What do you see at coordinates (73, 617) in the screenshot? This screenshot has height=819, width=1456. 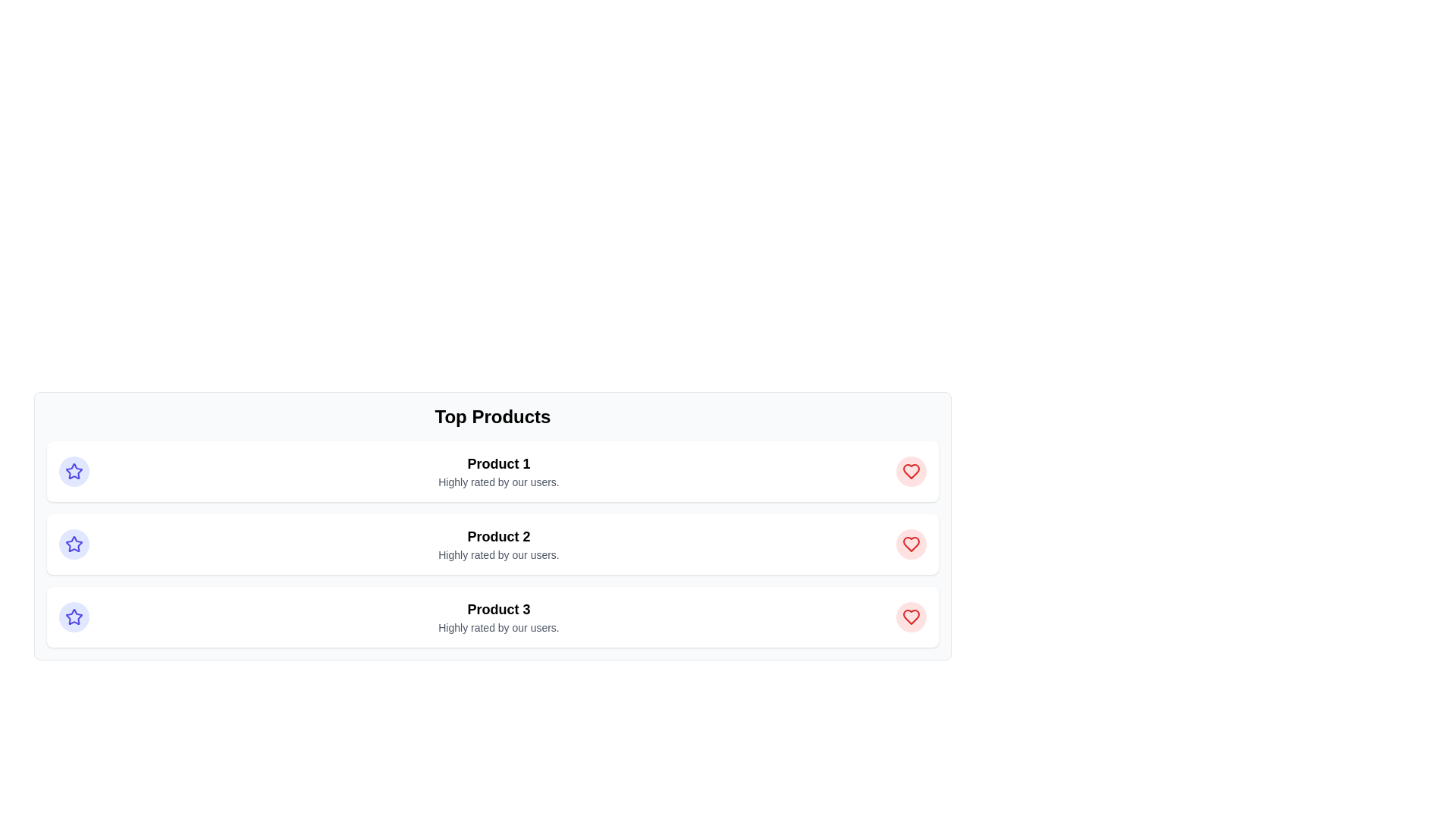 I see `the star icon within the circular light blue background located on the left side of the third row corresponding to 'Product 3' for potential interaction` at bounding box center [73, 617].